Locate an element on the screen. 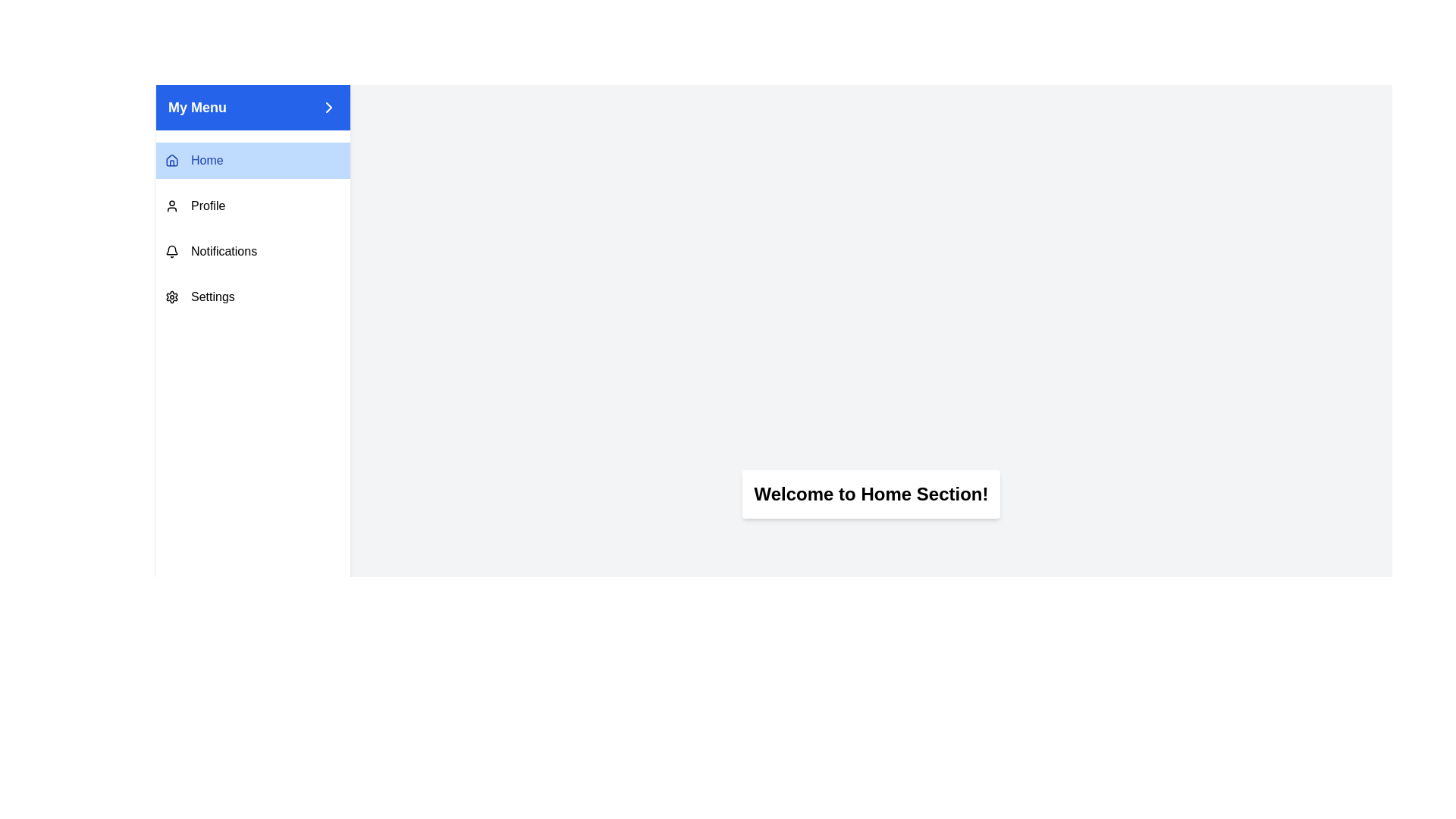 The image size is (1456, 819). the settings icon located in the left-hand side menu, which is the fourth item from the top is located at coordinates (171, 297).